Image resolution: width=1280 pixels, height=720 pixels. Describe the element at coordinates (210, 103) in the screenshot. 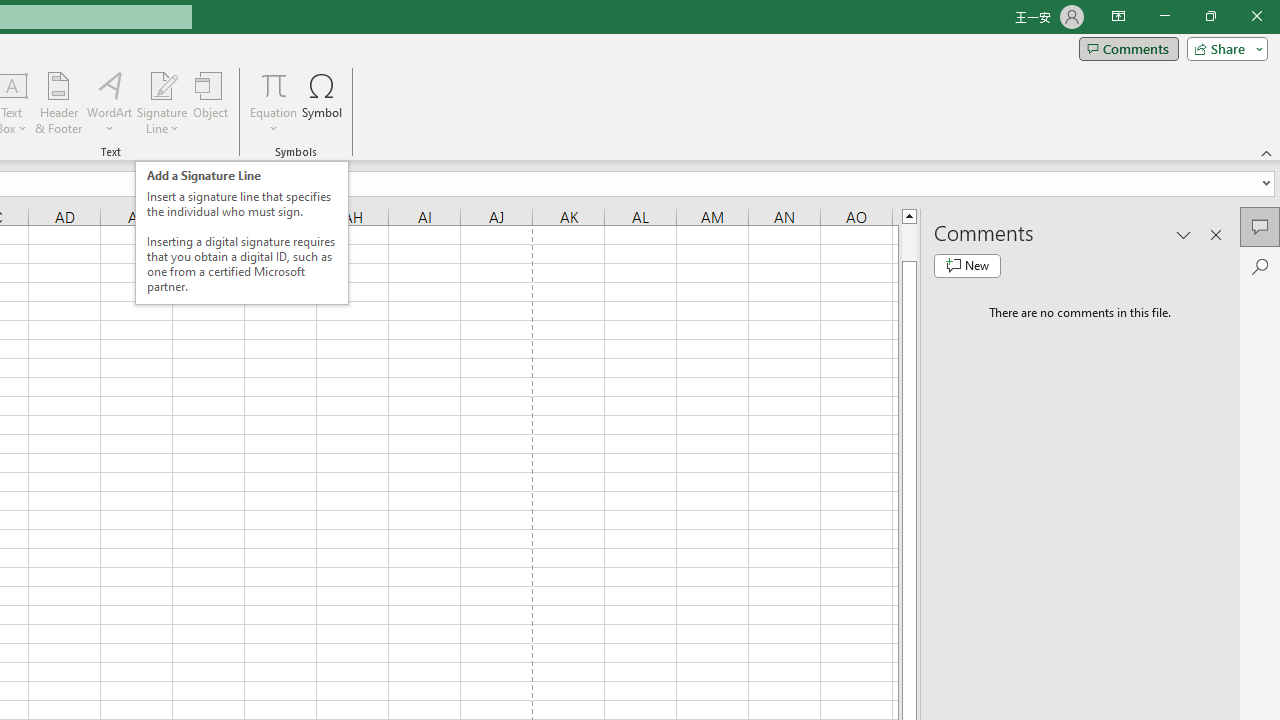

I see `'Object...'` at that location.